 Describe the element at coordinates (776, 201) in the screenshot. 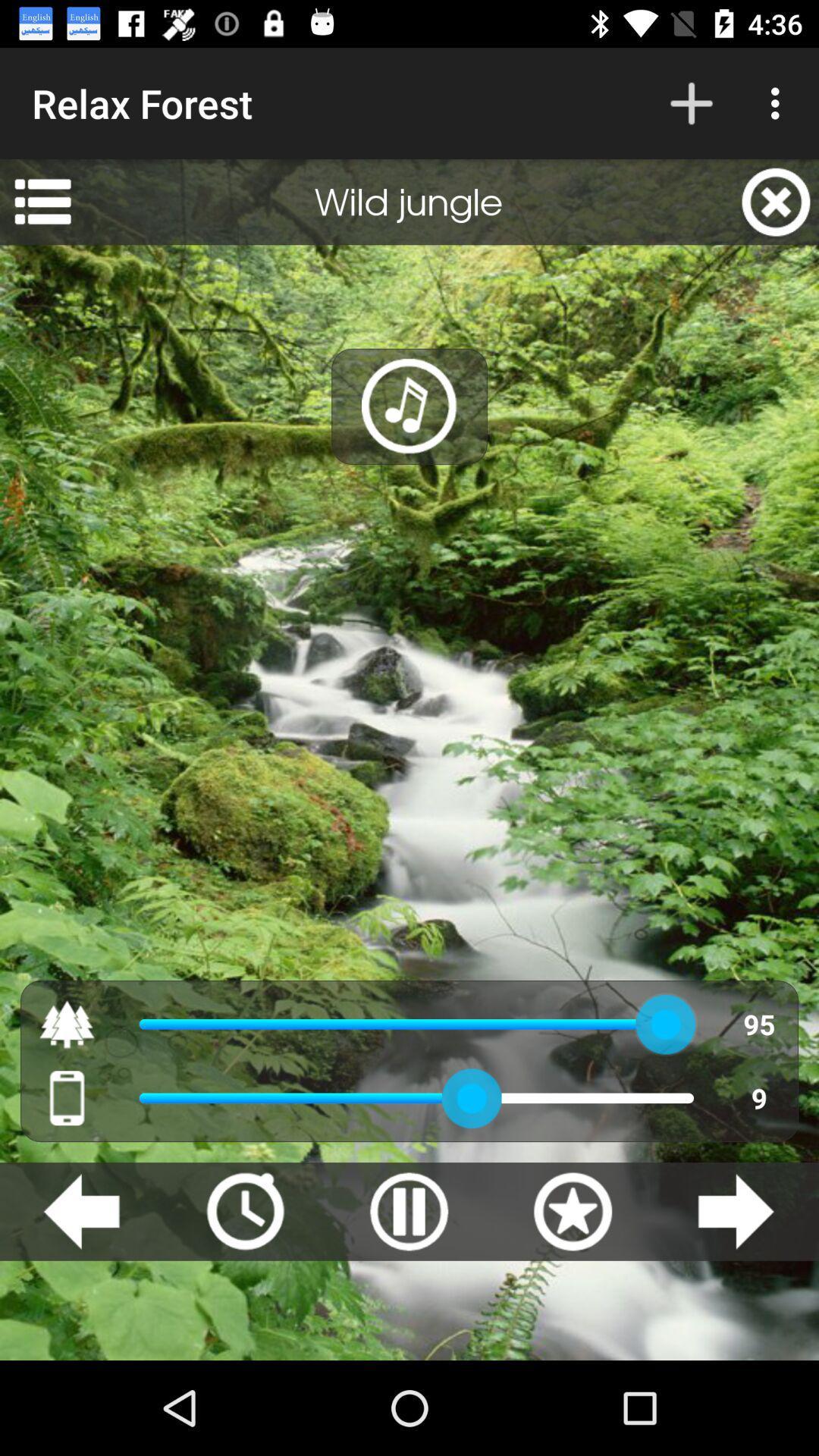

I see `icon next to the wild jungle app` at that location.